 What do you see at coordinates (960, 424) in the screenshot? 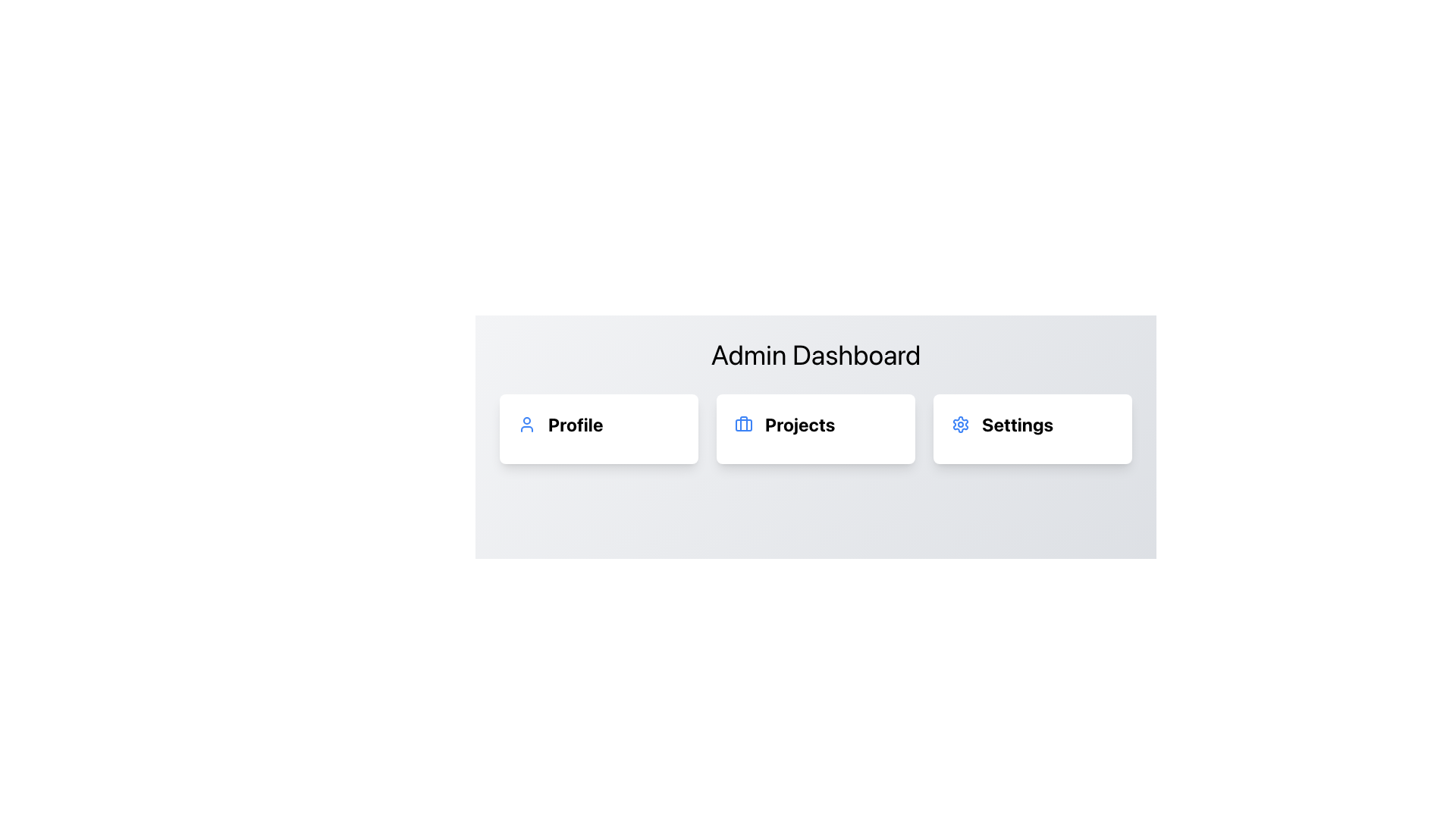
I see `the gear icon in the 'Settings' card located under the 'Admin Dashboard'` at bounding box center [960, 424].